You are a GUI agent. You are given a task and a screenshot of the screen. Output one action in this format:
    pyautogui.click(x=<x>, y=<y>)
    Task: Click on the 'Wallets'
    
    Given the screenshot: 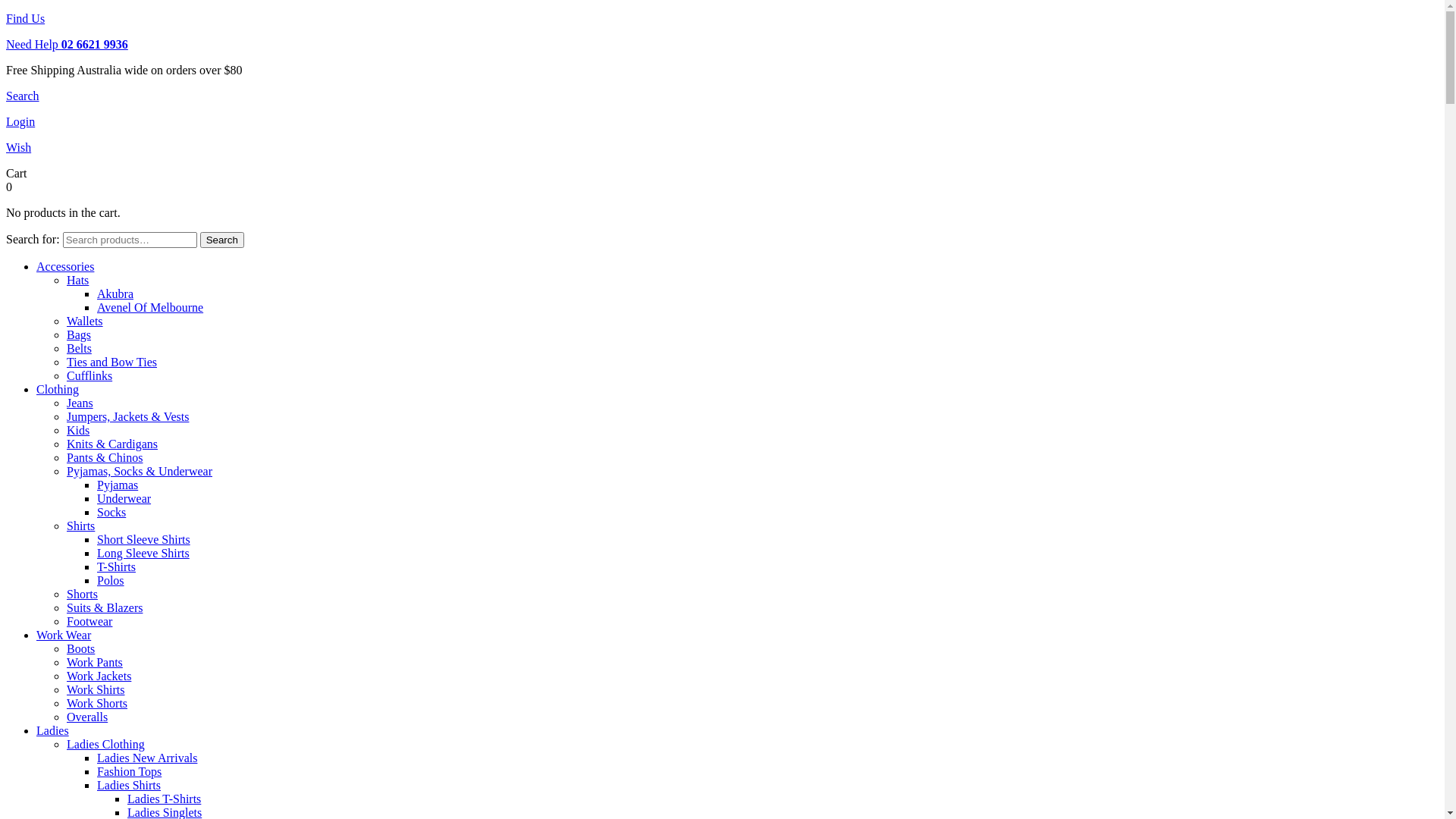 What is the action you would take?
    pyautogui.click(x=83, y=320)
    